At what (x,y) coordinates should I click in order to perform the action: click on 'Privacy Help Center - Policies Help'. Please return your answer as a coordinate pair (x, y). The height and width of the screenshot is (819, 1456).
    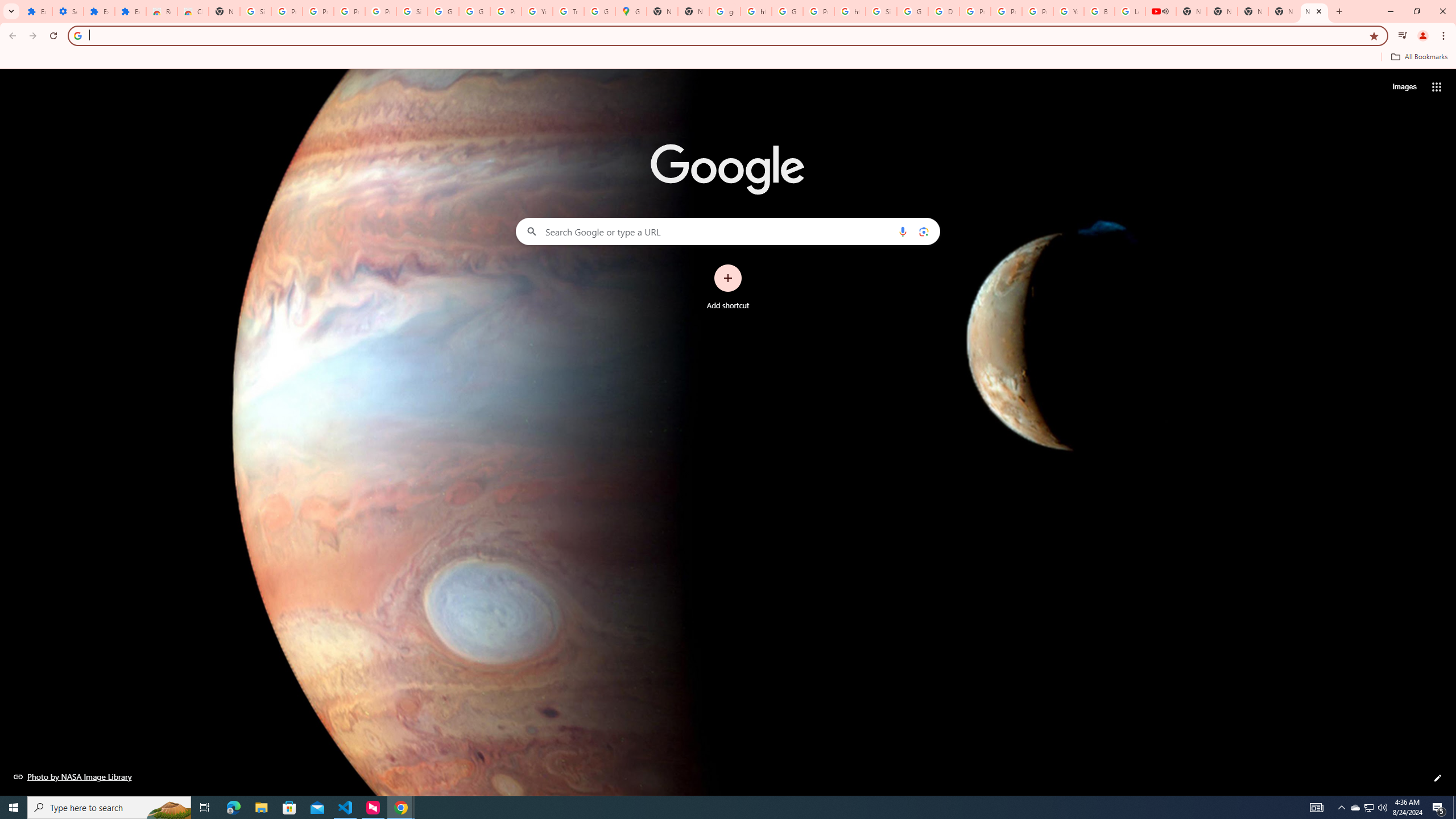
    Looking at the image, I should click on (974, 11).